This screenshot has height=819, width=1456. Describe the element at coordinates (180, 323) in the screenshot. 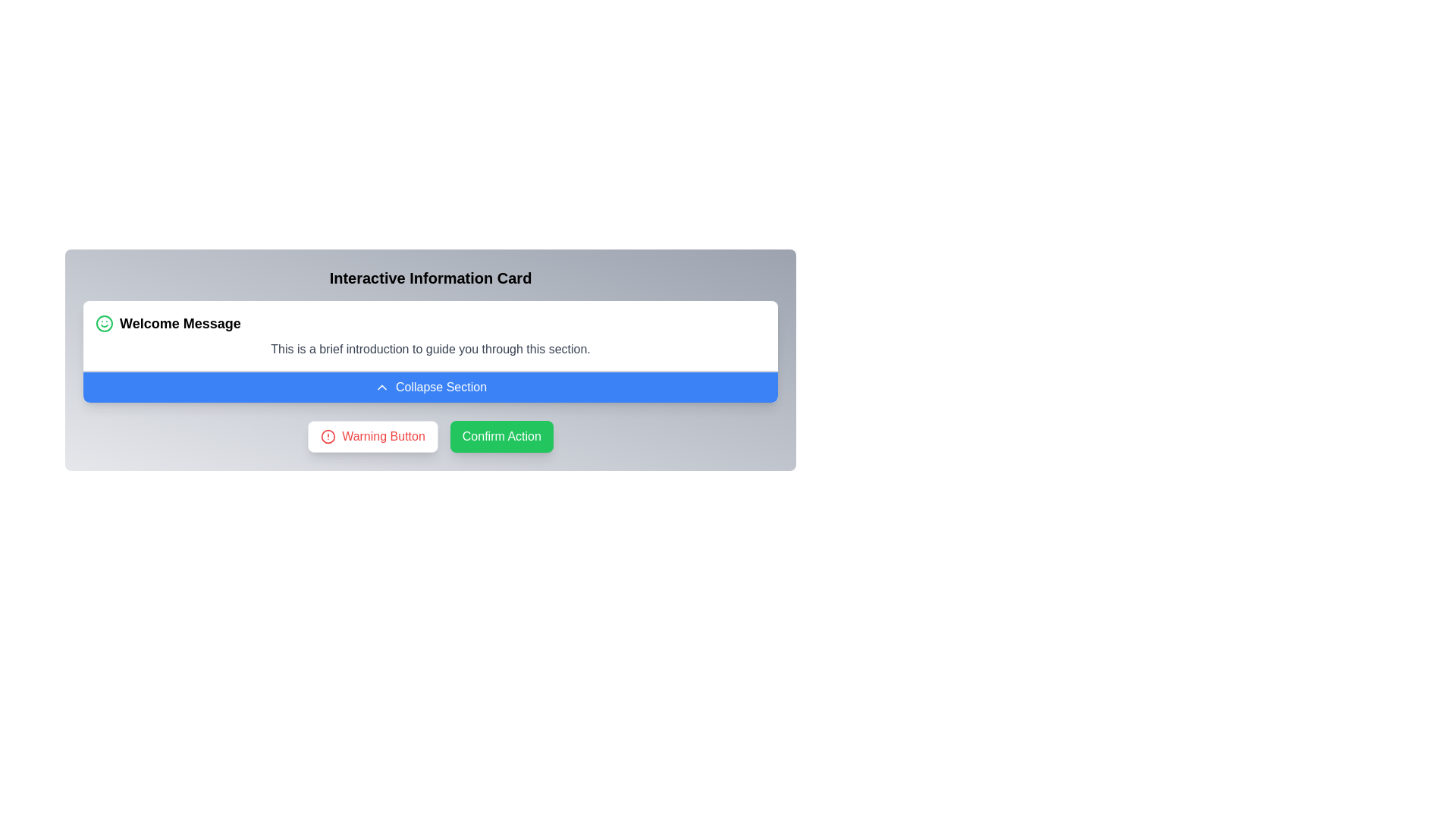

I see `the text label displaying 'Welcome Message' in bold font, which is the main header of its section and positioned in the top-left region of a content card` at that location.